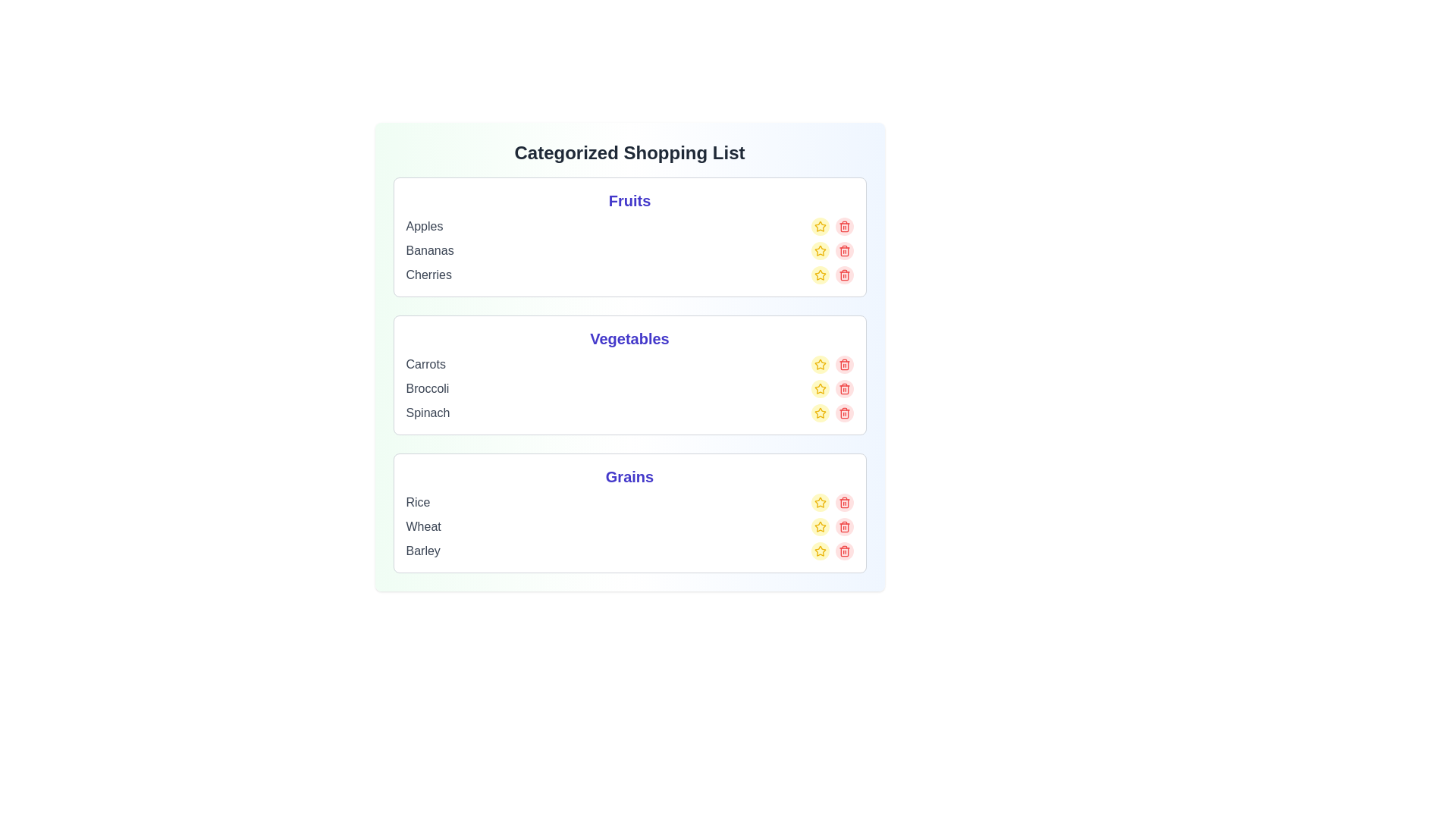 The image size is (1456, 819). I want to click on the category title Fruits to read its name, so click(629, 200).